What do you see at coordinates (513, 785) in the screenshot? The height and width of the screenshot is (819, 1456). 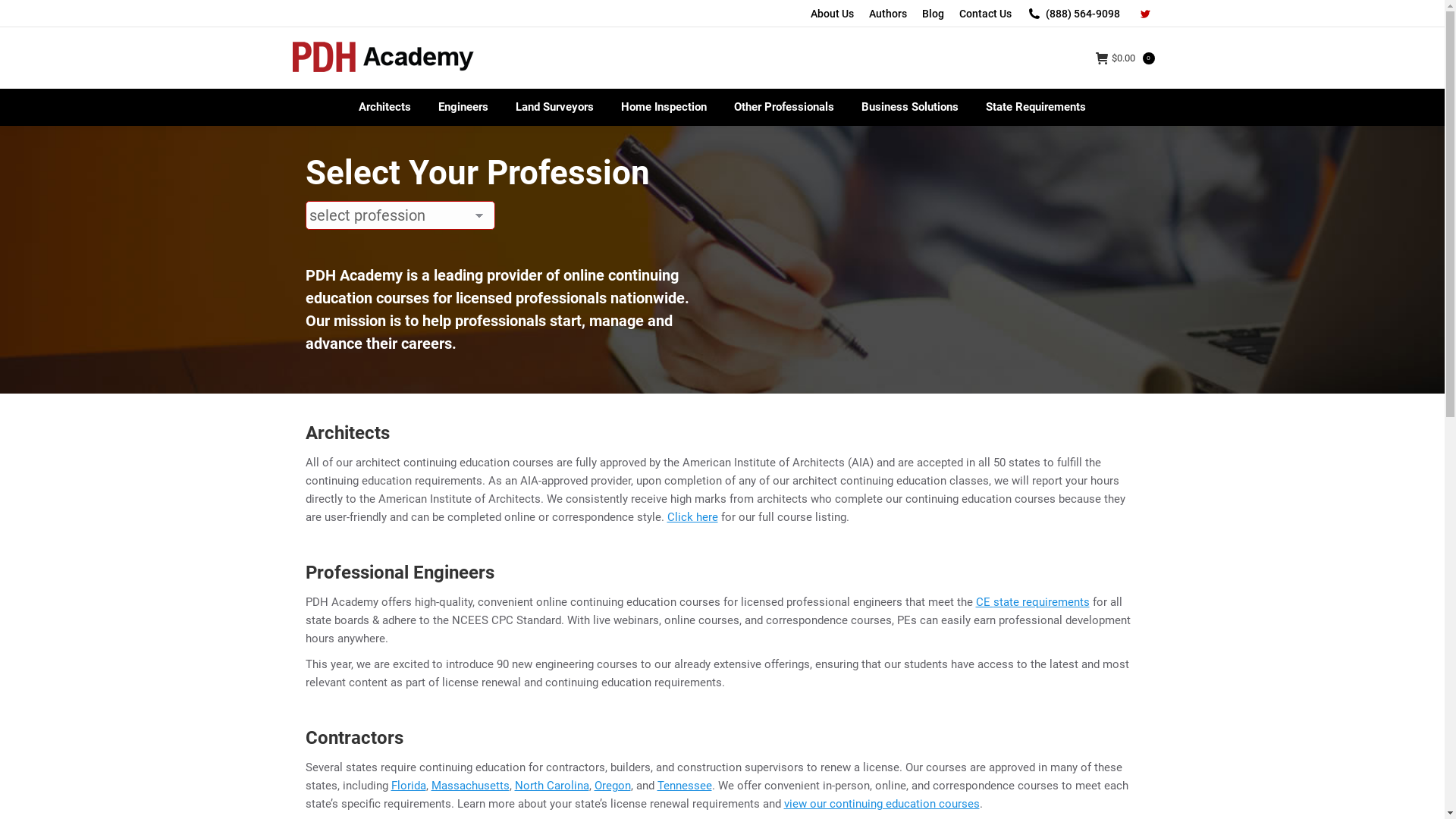 I see `'North Carolina'` at bounding box center [513, 785].